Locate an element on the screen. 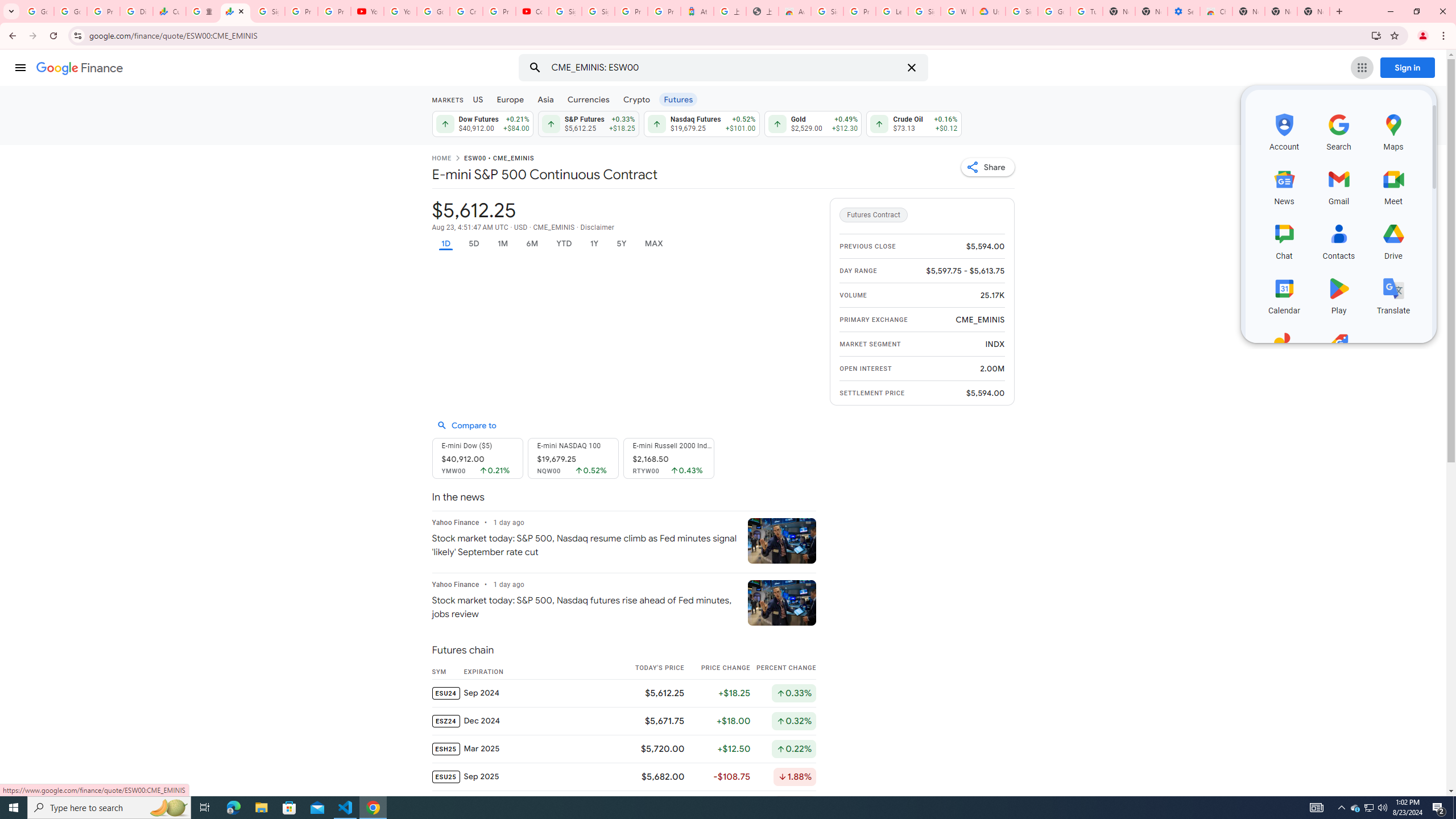 This screenshot has width=1456, height=819. 'ESU25 Sep 2025 $5,682.00 -$108.75 Down by 1.88%' is located at coordinates (623, 776).